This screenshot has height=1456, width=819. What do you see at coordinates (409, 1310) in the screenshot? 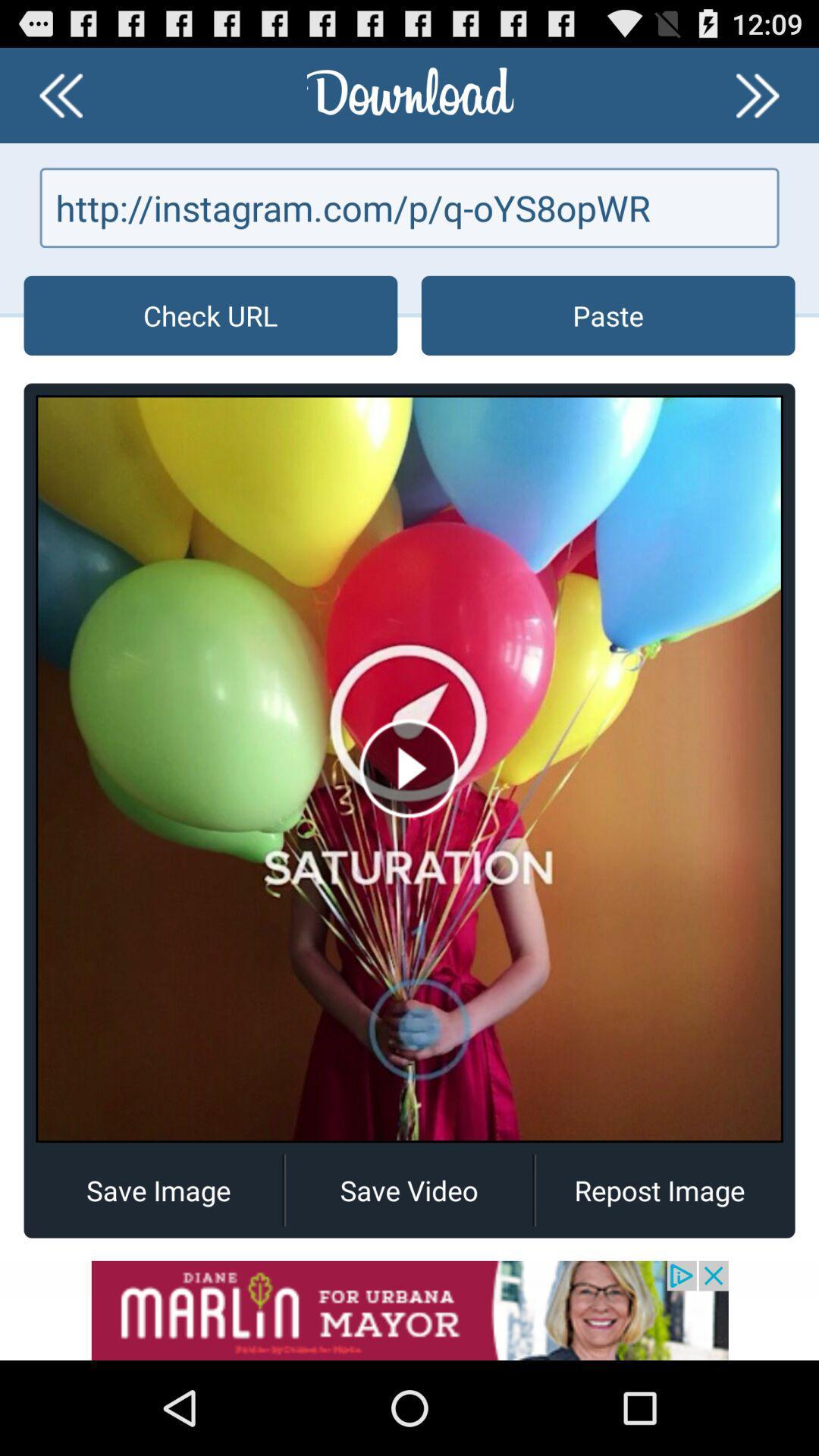
I see `advertisement banner` at bounding box center [409, 1310].